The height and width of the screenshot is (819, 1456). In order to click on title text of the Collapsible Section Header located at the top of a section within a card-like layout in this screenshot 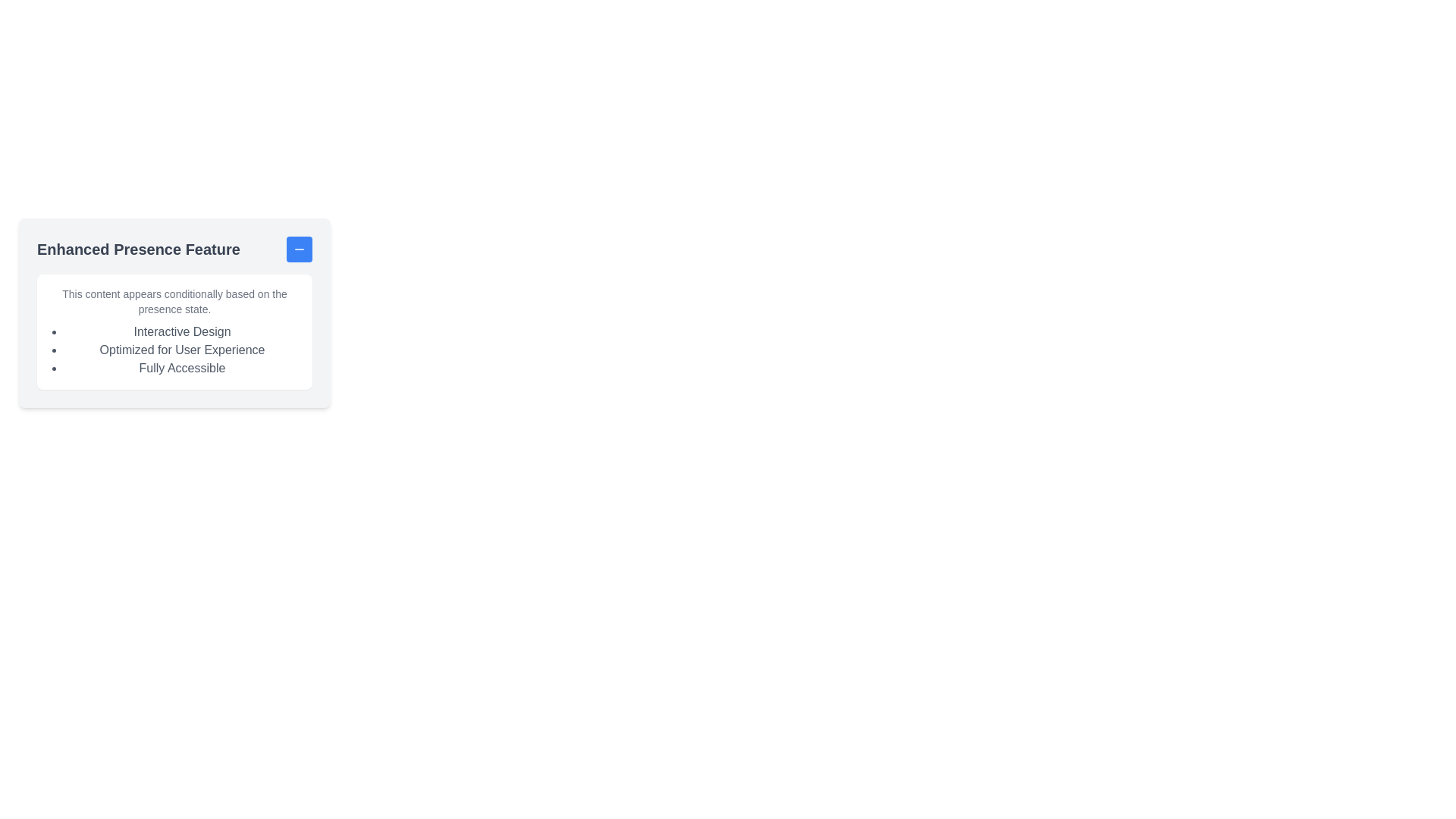, I will do `click(174, 248)`.